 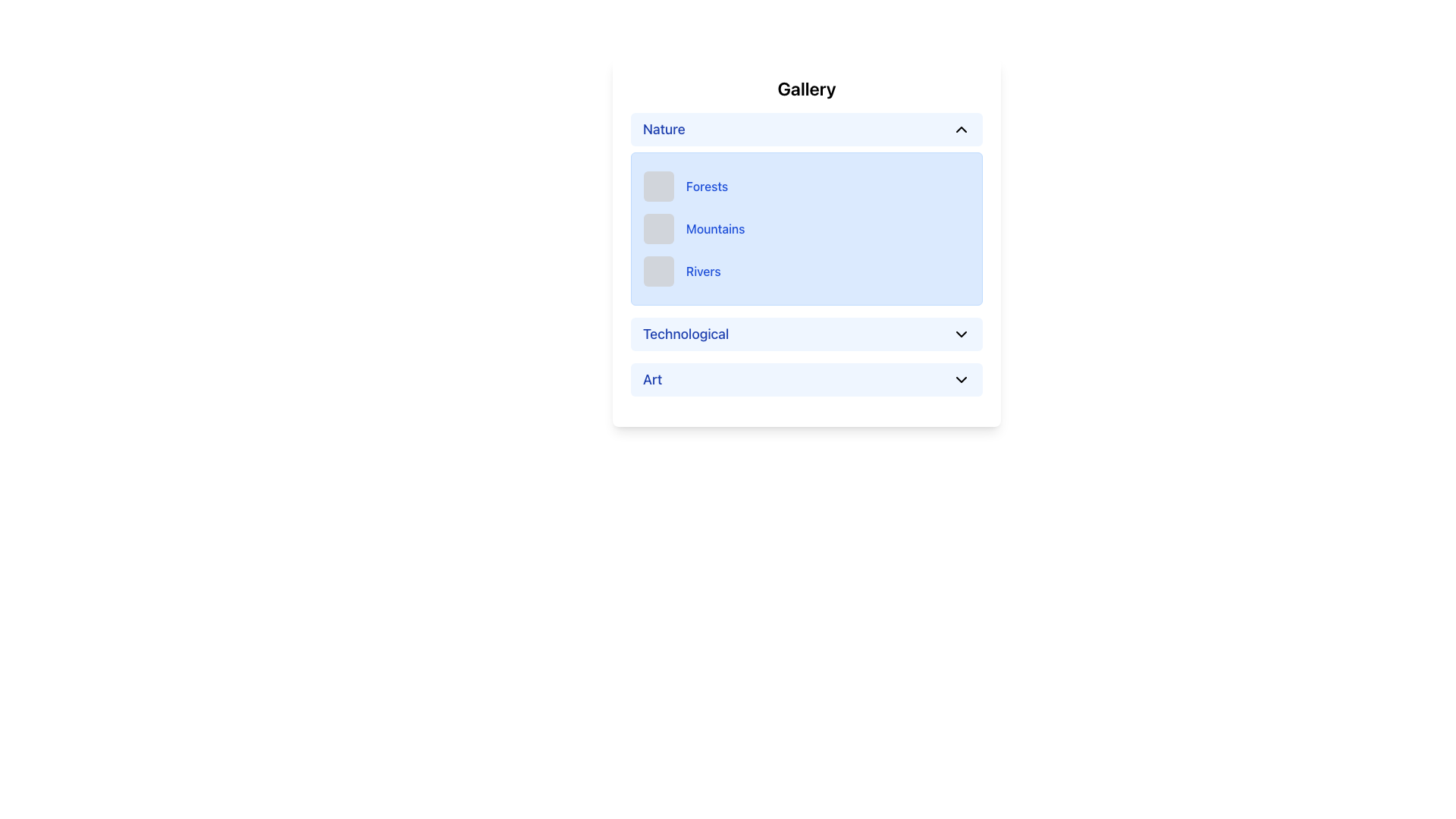 I want to click on the 'Art' dropdown menu toggle, so click(x=806, y=379).